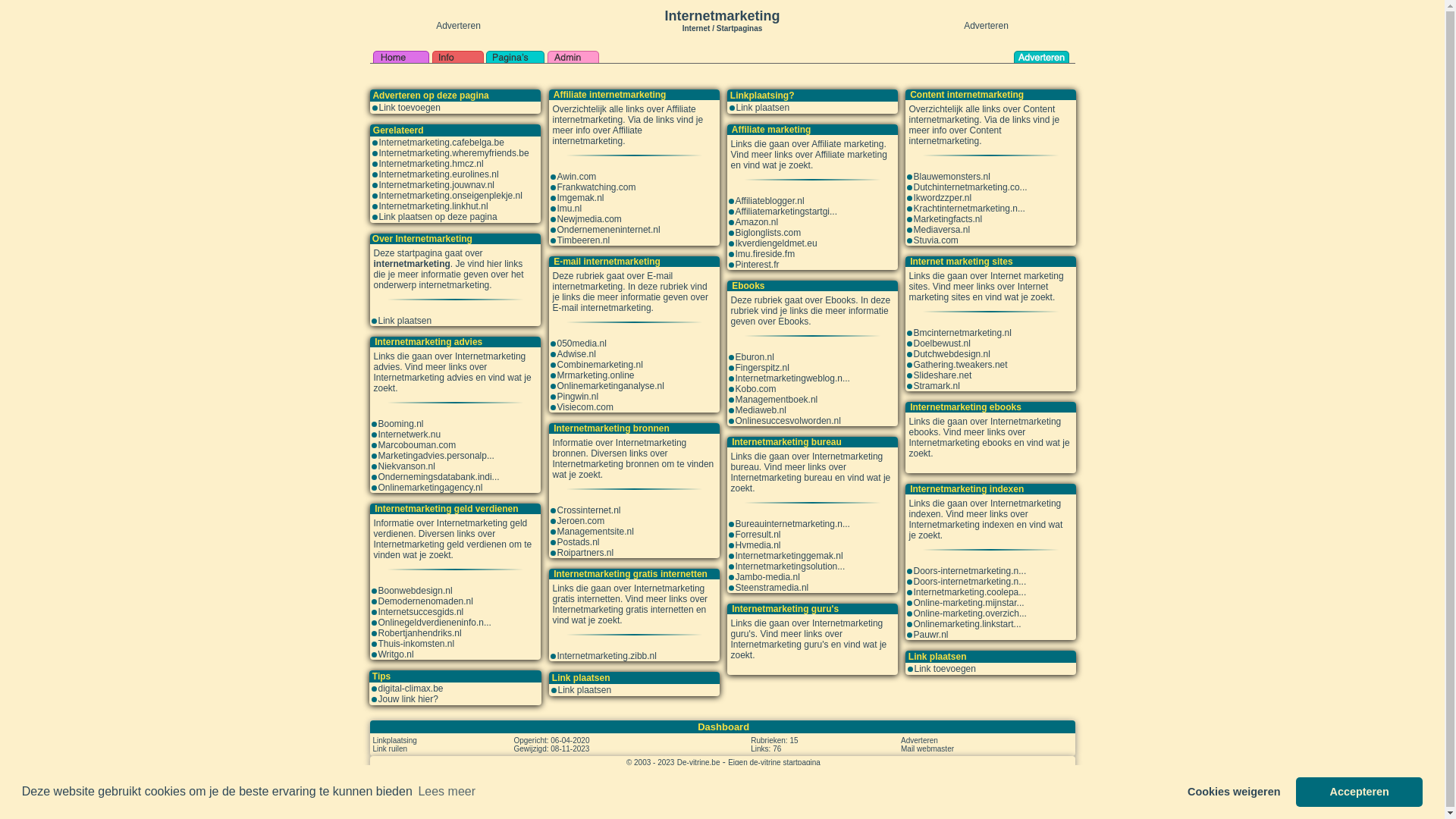 The image size is (1456, 819). What do you see at coordinates (556, 230) in the screenshot?
I see `'Ondernemeneninternet.nl'` at bounding box center [556, 230].